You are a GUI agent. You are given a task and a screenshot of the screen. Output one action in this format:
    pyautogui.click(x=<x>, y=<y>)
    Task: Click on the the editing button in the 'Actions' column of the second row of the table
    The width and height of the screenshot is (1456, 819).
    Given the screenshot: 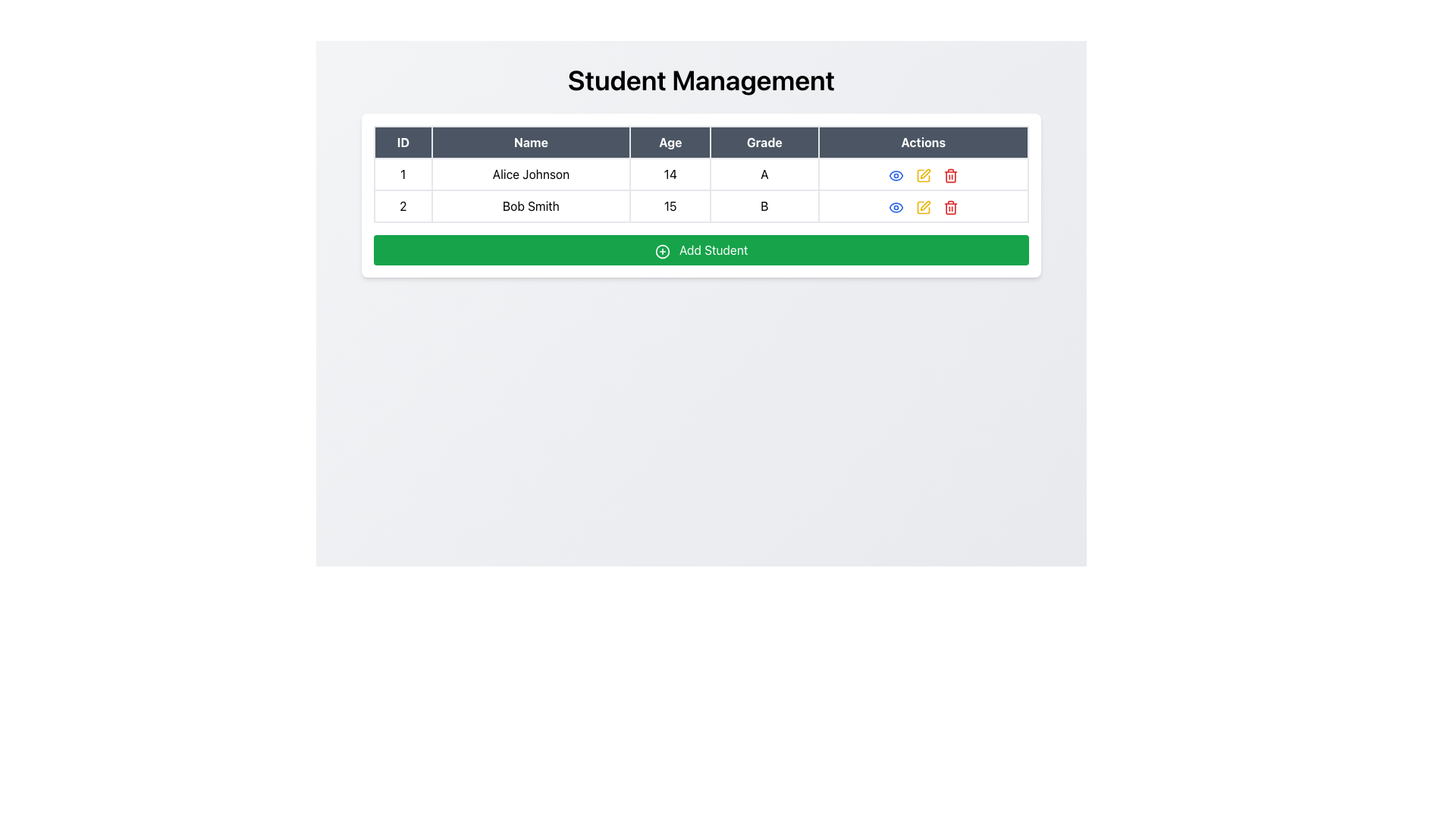 What is the action you would take?
    pyautogui.click(x=922, y=206)
    